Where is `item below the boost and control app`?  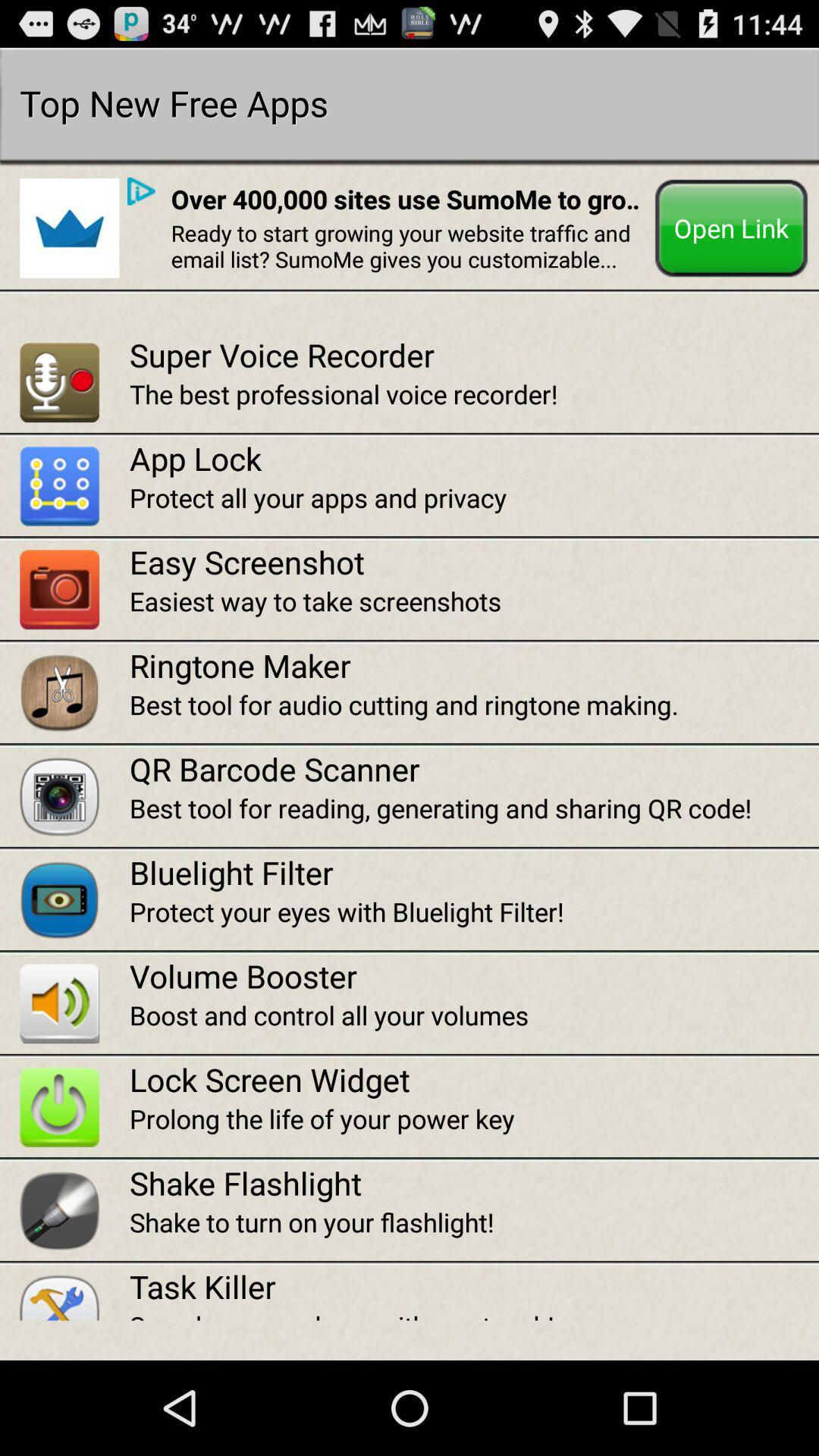
item below the boost and control app is located at coordinates (473, 1078).